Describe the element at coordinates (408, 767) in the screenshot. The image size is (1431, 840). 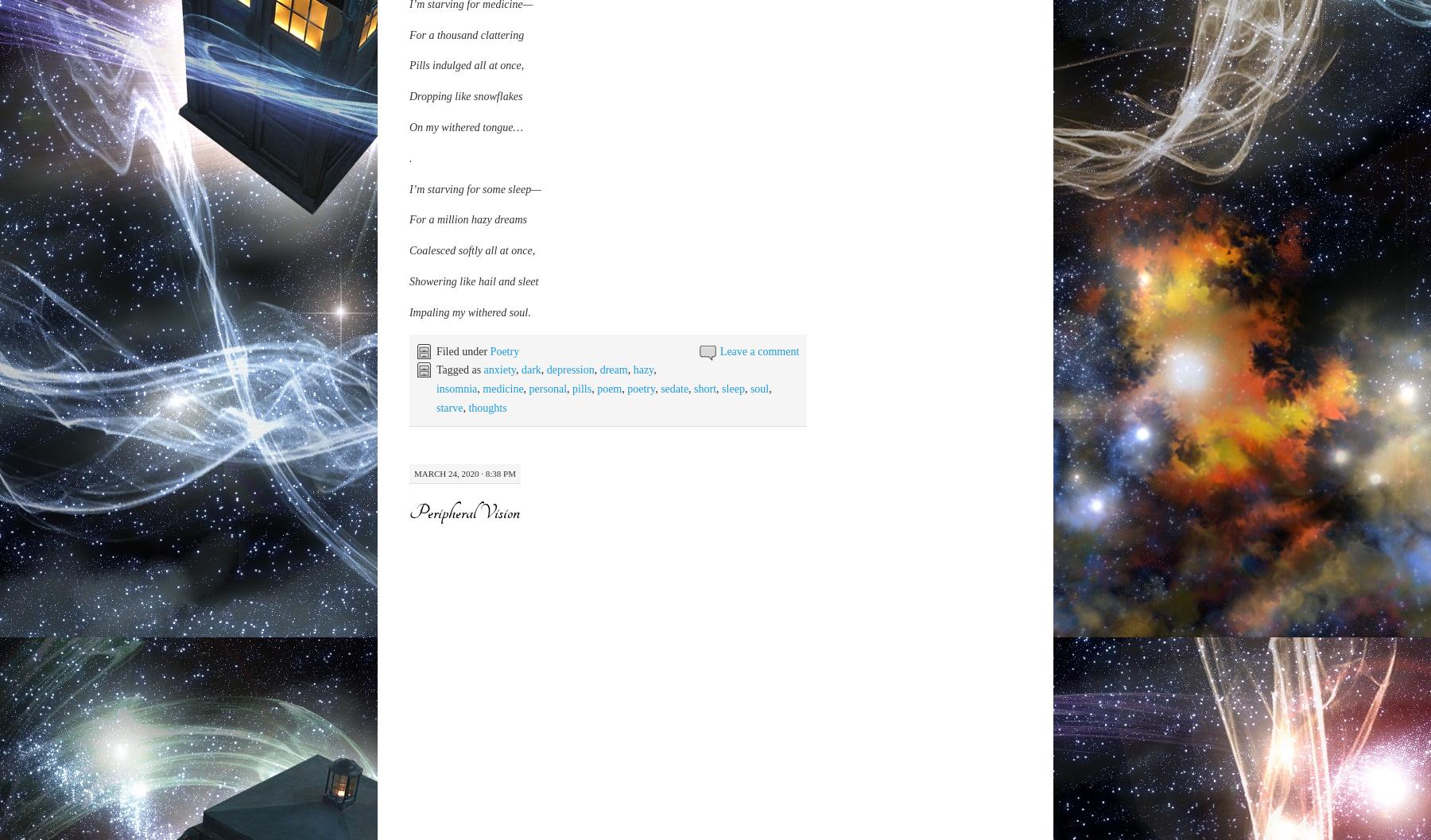
I see `'A little while longer'` at that location.